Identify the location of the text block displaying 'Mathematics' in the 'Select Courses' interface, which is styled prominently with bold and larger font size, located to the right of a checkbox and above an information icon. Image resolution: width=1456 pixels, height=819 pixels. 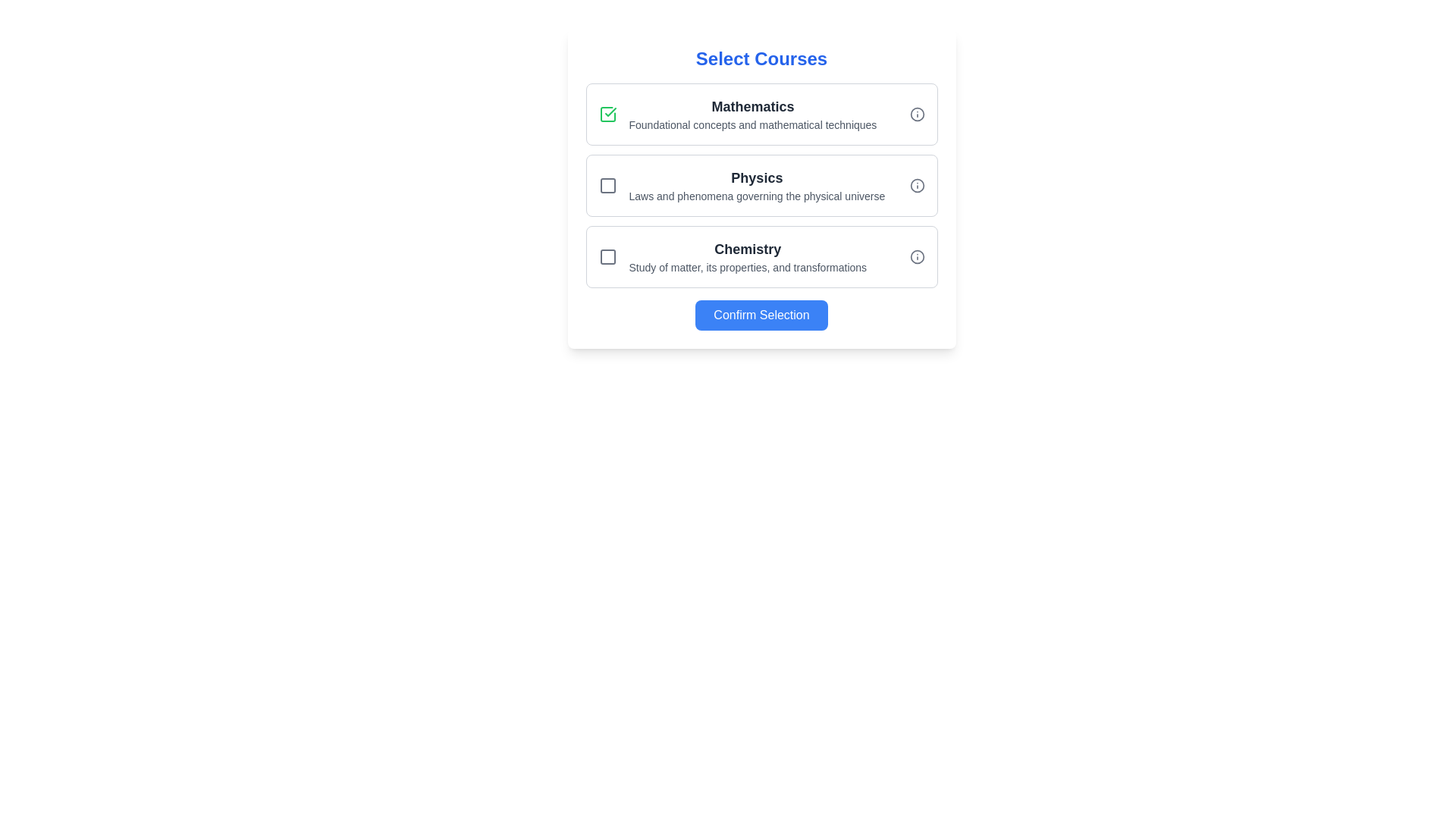
(753, 113).